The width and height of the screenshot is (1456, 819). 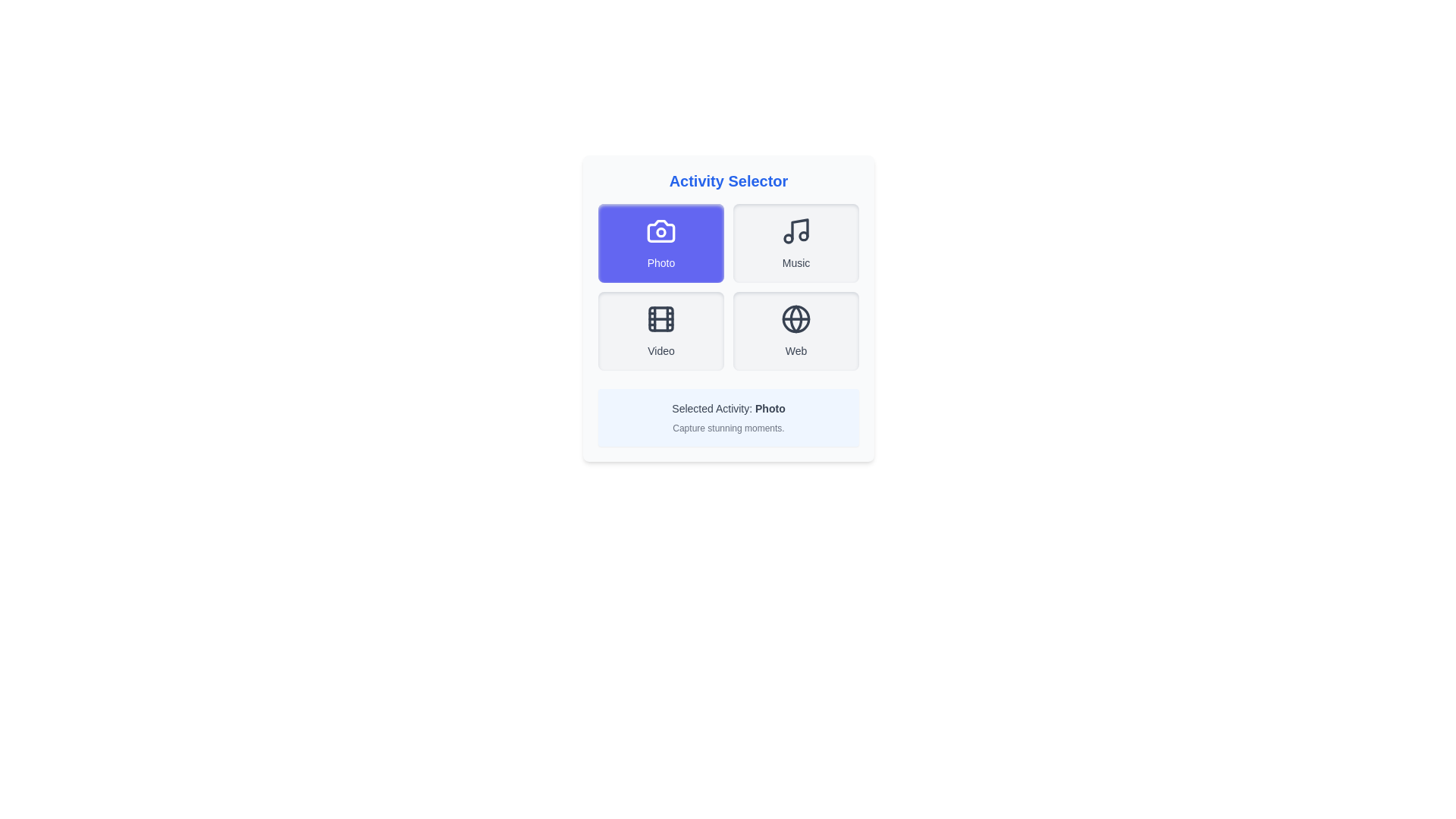 What do you see at coordinates (795, 318) in the screenshot?
I see `the graphical circle element that is part of the 'Web' option icon located in the bottom-right quadrant of a 2x2 grid of buttons` at bounding box center [795, 318].